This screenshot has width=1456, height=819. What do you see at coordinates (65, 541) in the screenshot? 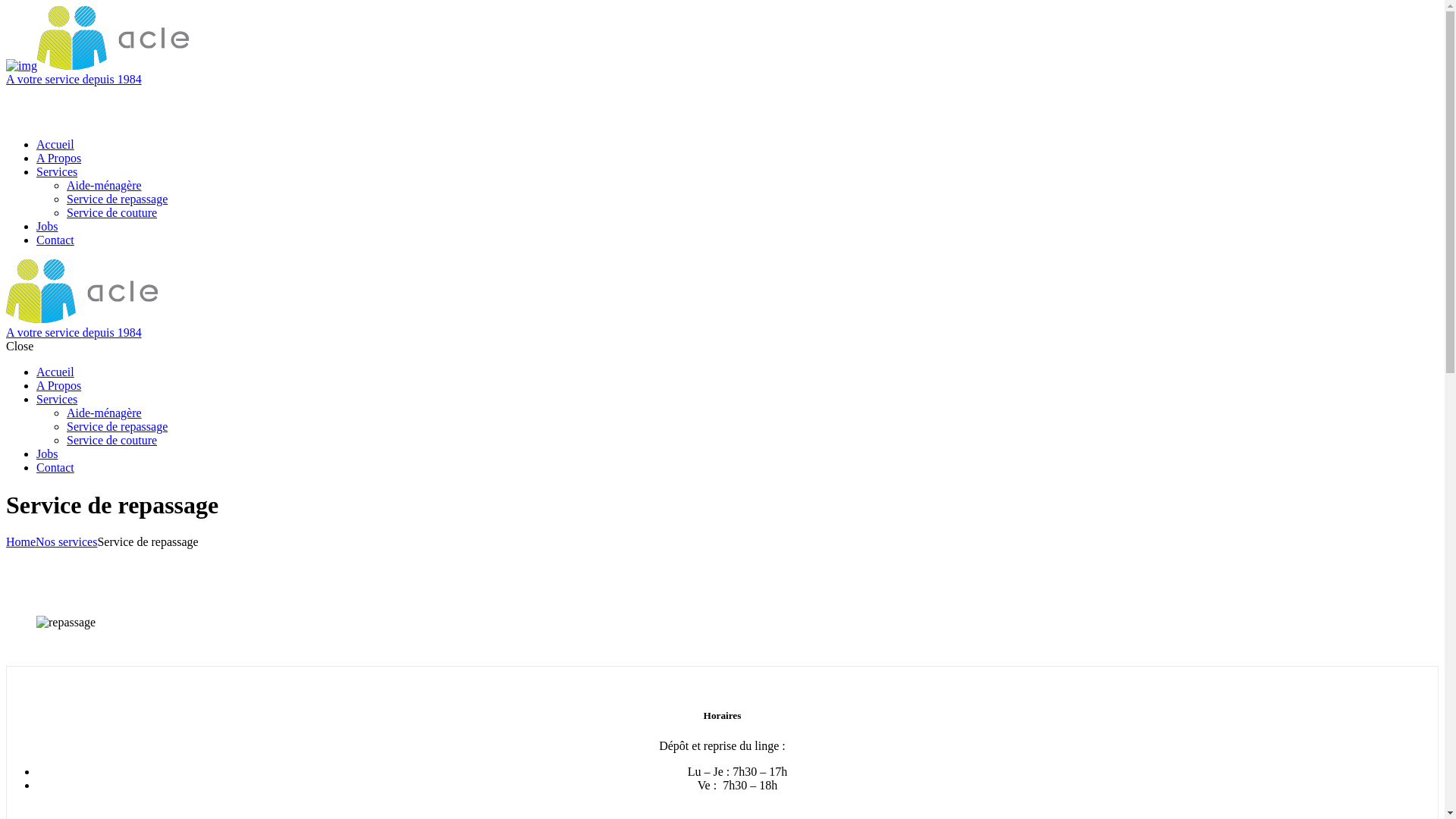
I see `'Nos services'` at bounding box center [65, 541].